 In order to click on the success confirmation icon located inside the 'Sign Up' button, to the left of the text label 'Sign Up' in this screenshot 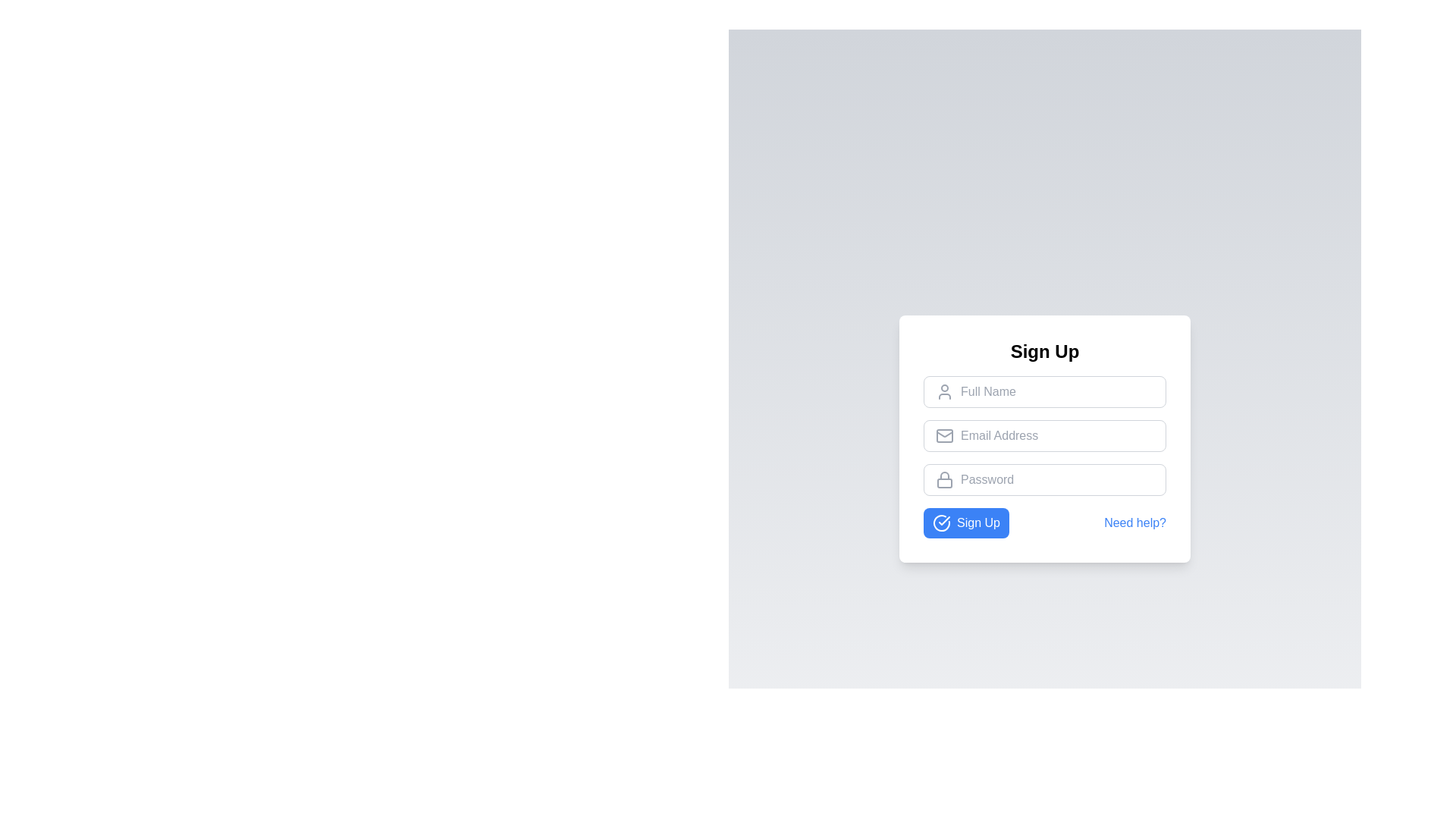, I will do `click(941, 522)`.